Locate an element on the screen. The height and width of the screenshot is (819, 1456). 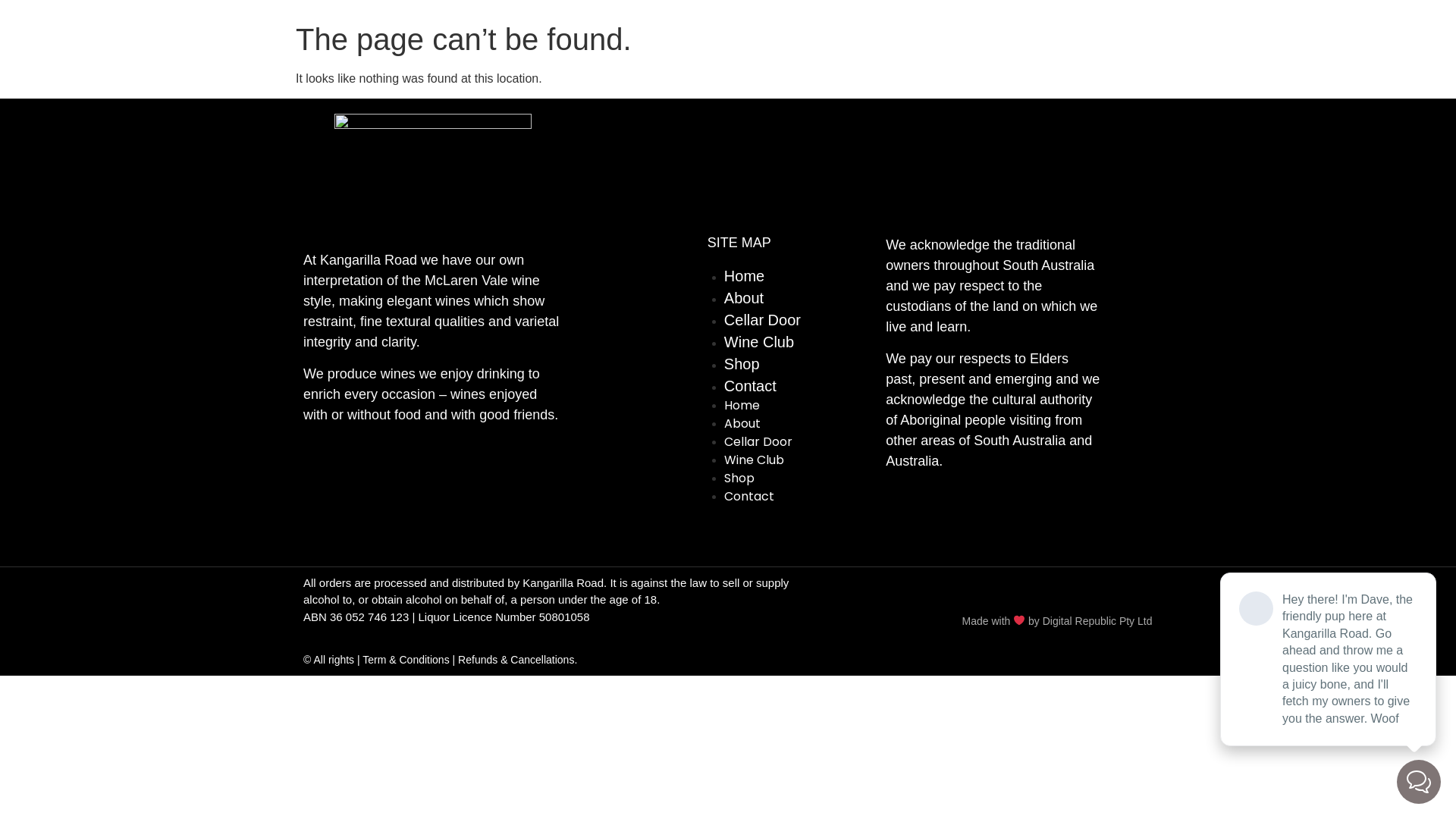
'Cellar Door' is located at coordinates (762, 318).